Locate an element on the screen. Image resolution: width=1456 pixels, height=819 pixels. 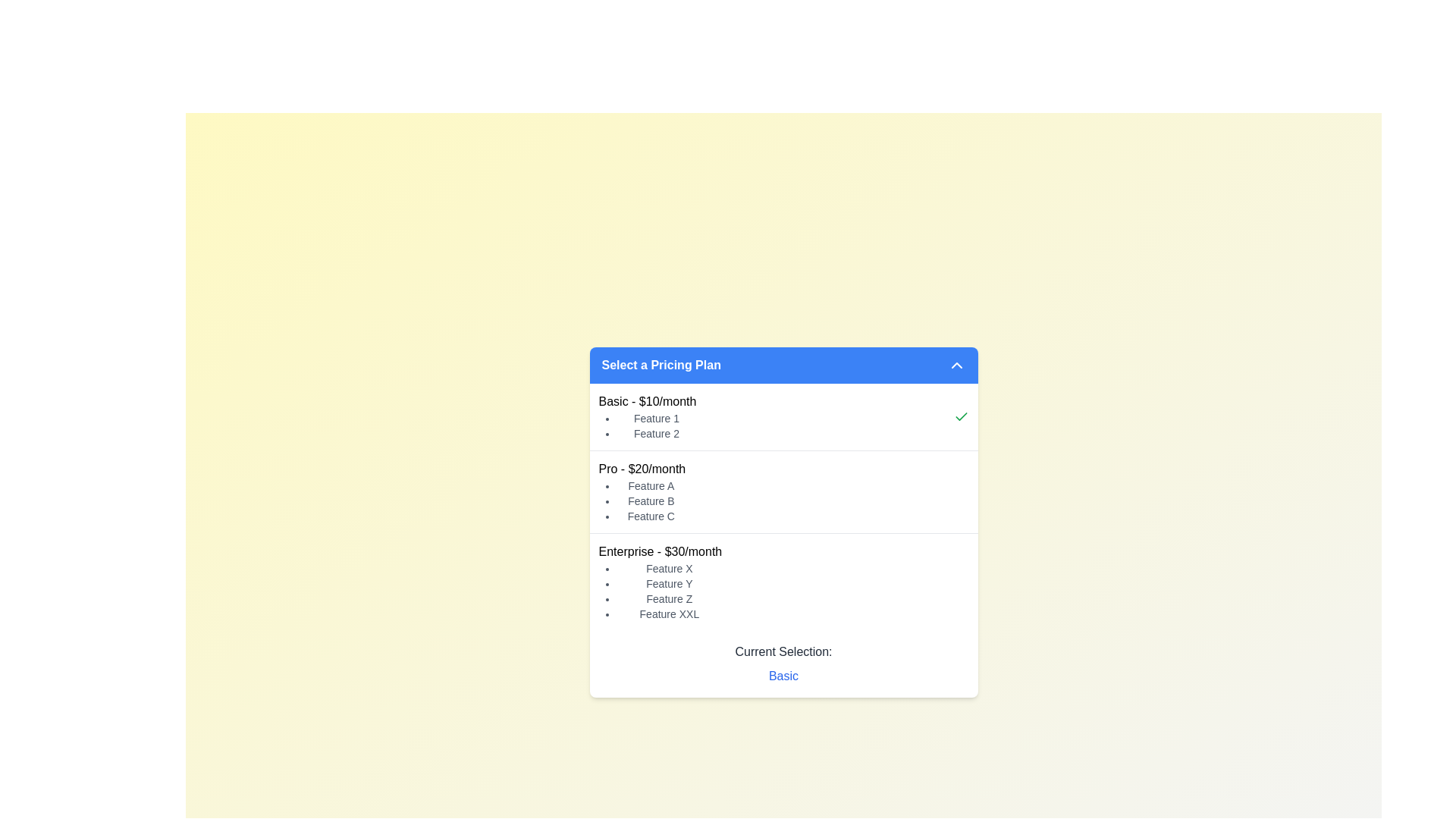
the first bullet point in the 'Enterprise - $30/month' section of the pricing plan selection box, which displays the name of a feature is located at coordinates (668, 568).